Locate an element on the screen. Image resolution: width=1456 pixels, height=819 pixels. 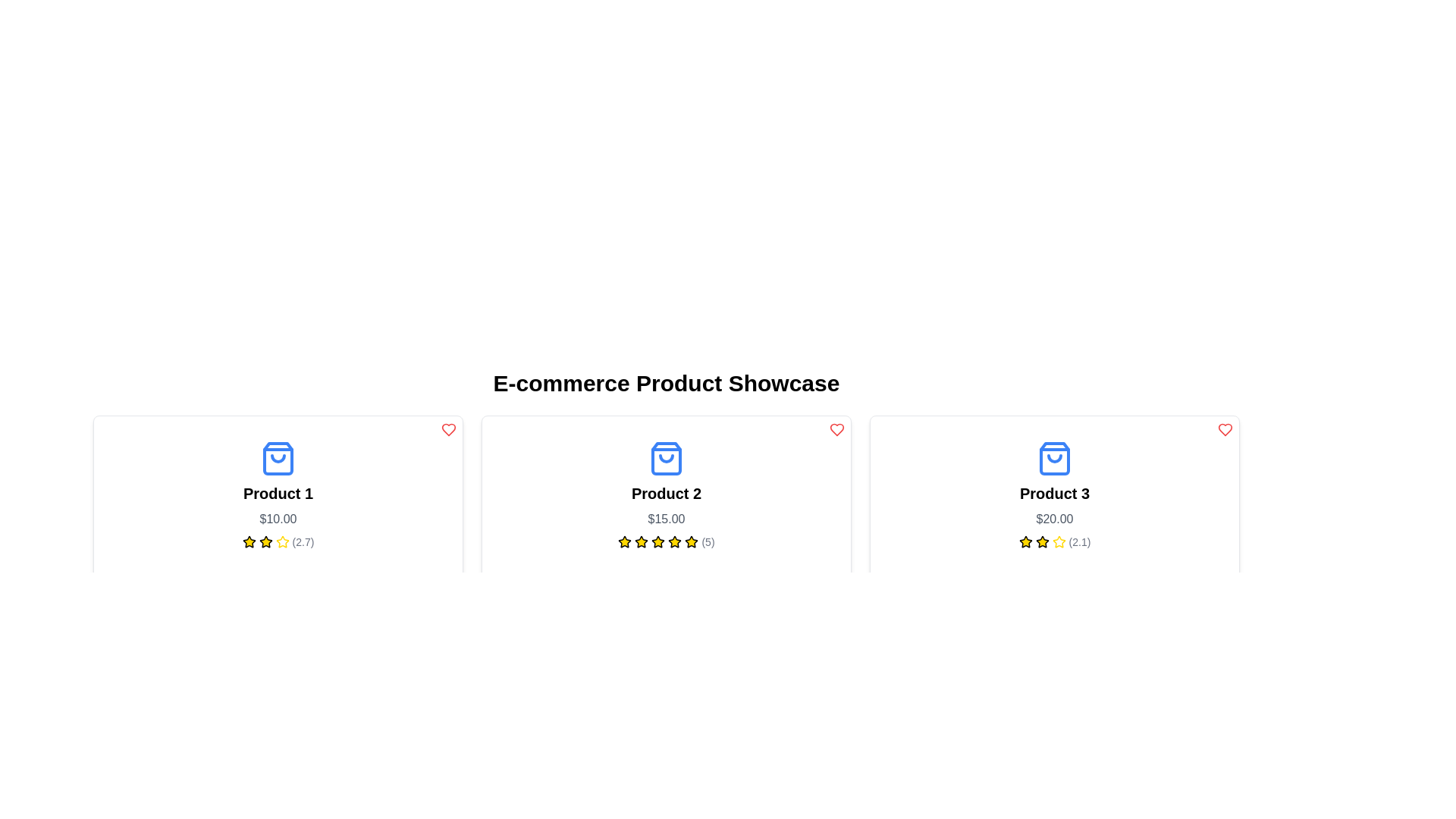
the static text element displaying the price '$15.00', which is styled in gray and located centrally below 'Product 2' and above the star ratings is located at coordinates (666, 519).